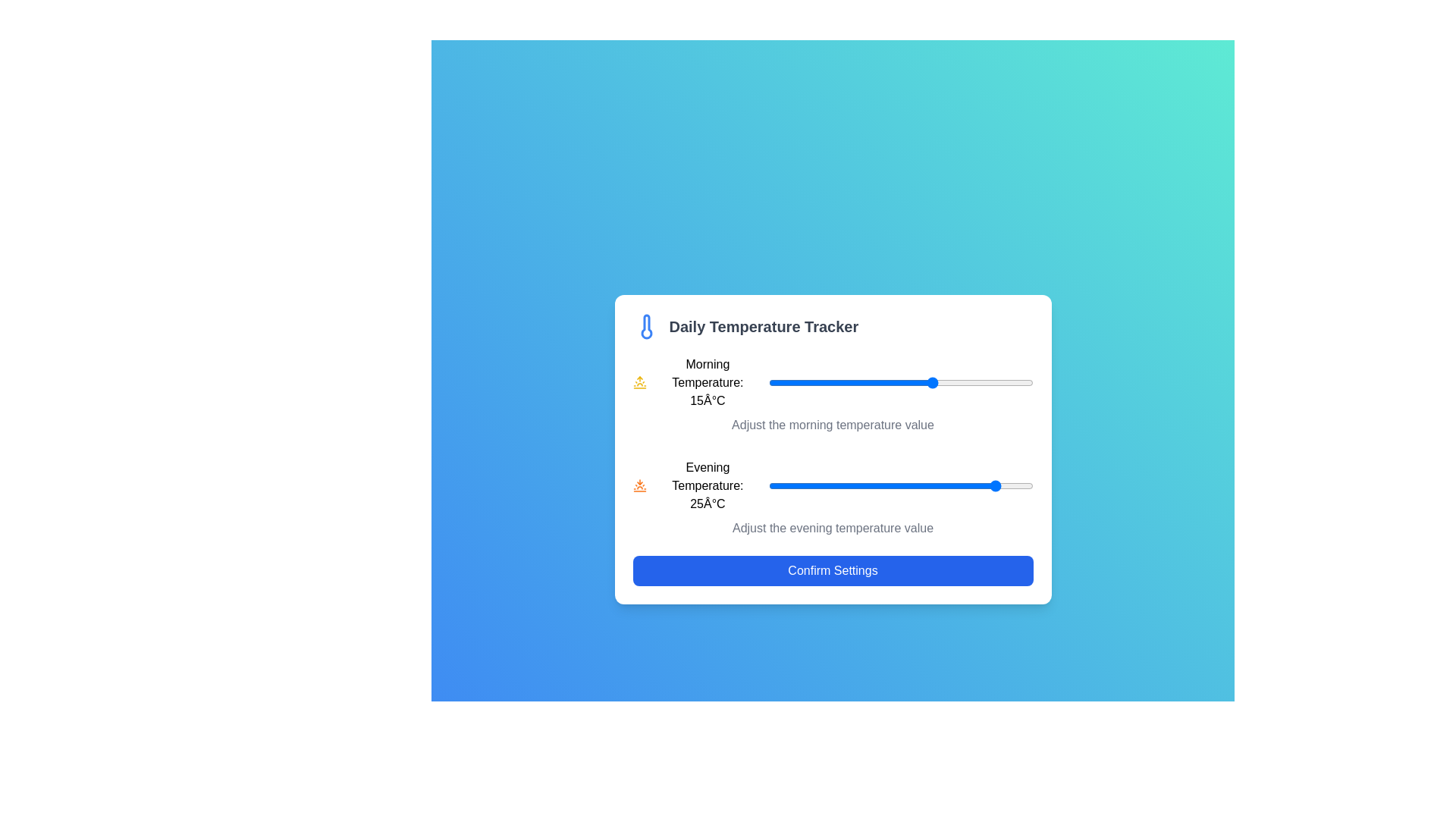  What do you see at coordinates (952, 485) in the screenshot?
I see `the evening temperature slider to 18°C` at bounding box center [952, 485].